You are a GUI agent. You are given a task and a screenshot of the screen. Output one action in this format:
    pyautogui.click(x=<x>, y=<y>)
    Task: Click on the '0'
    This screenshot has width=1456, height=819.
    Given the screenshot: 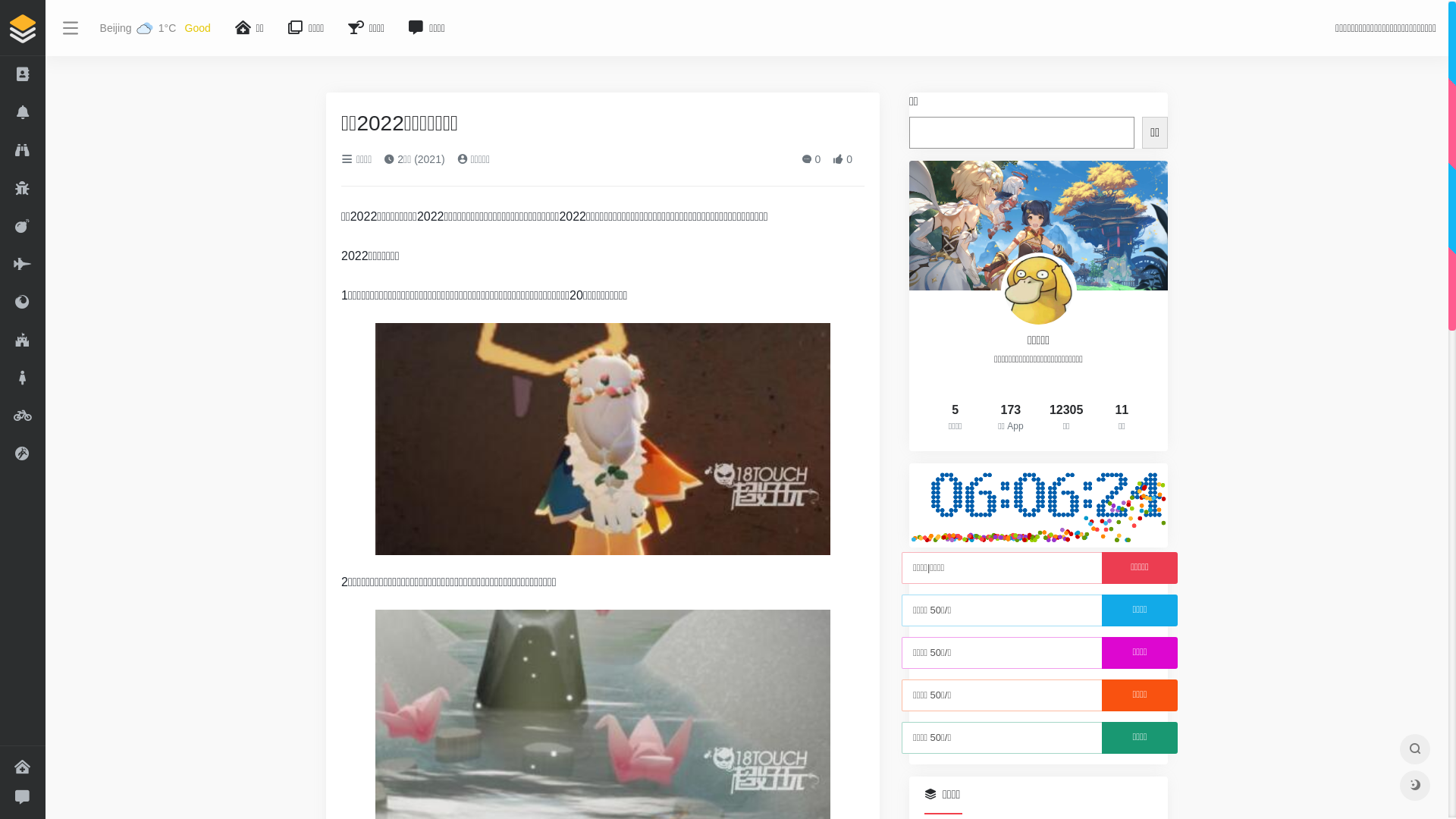 What is the action you would take?
    pyautogui.click(x=811, y=158)
    